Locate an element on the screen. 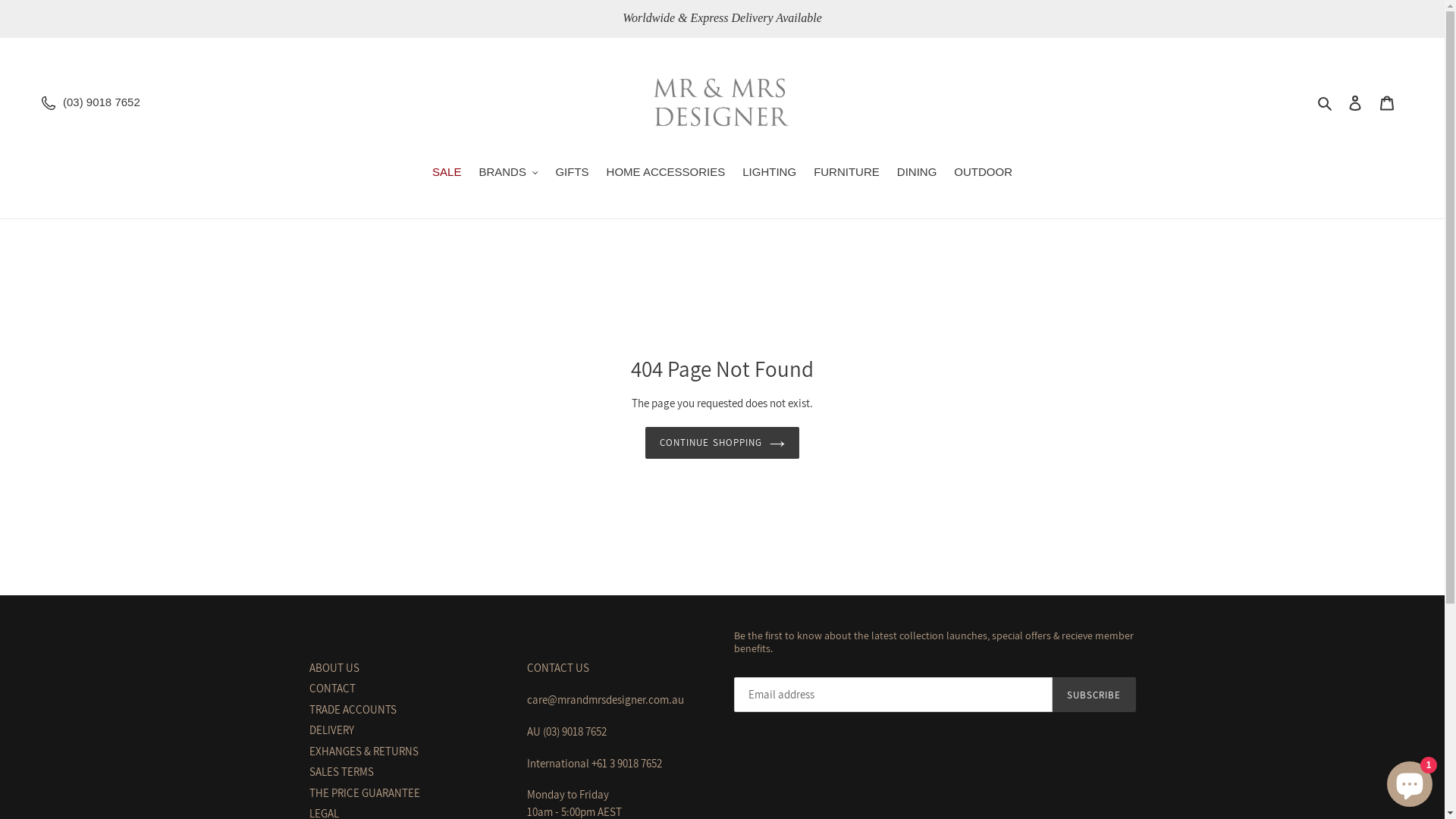 Image resolution: width=1456 pixels, height=819 pixels. 'DELIVERY' is located at coordinates (331, 729).